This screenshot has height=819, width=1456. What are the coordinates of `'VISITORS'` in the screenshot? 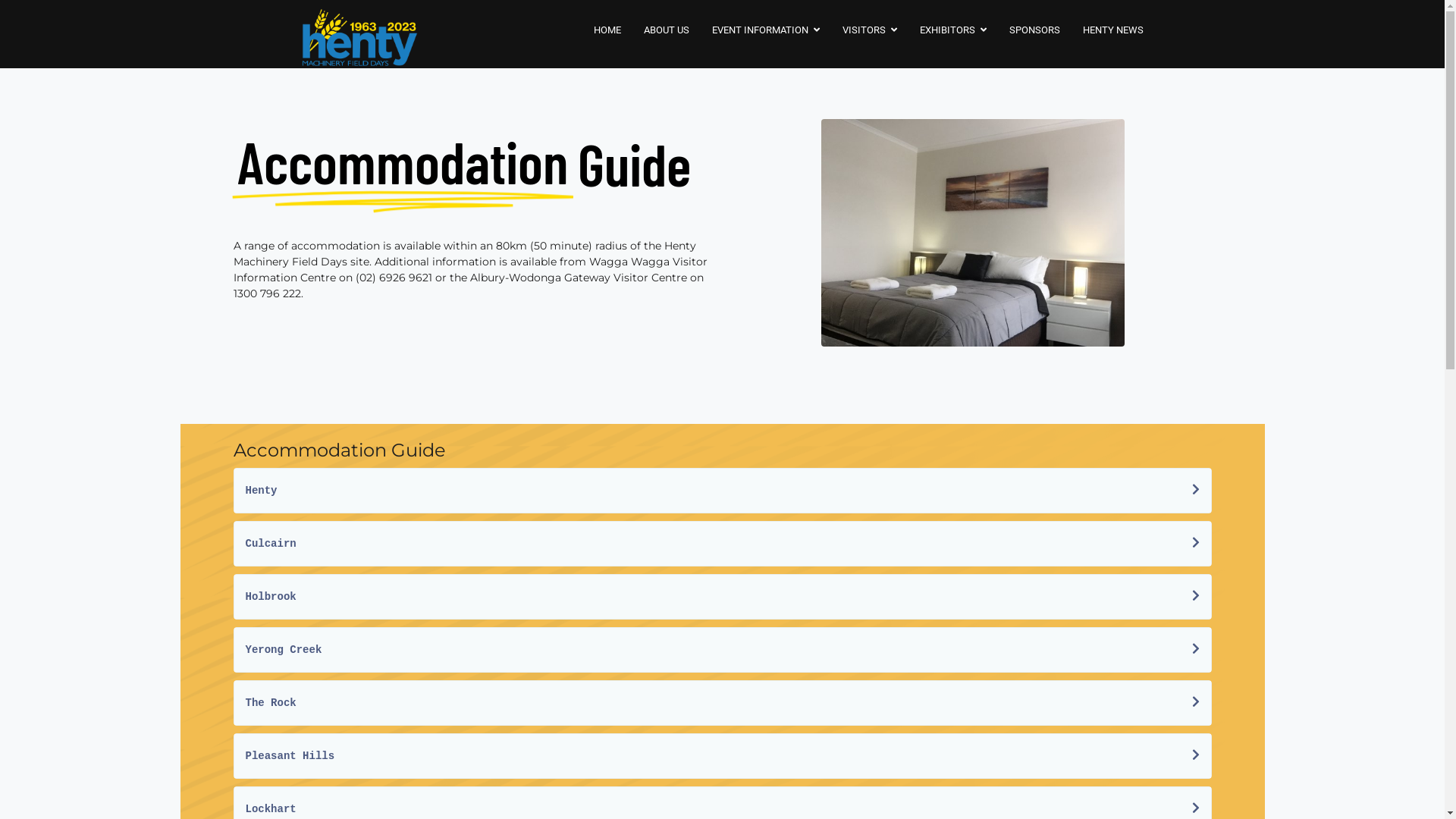 It's located at (870, 30).